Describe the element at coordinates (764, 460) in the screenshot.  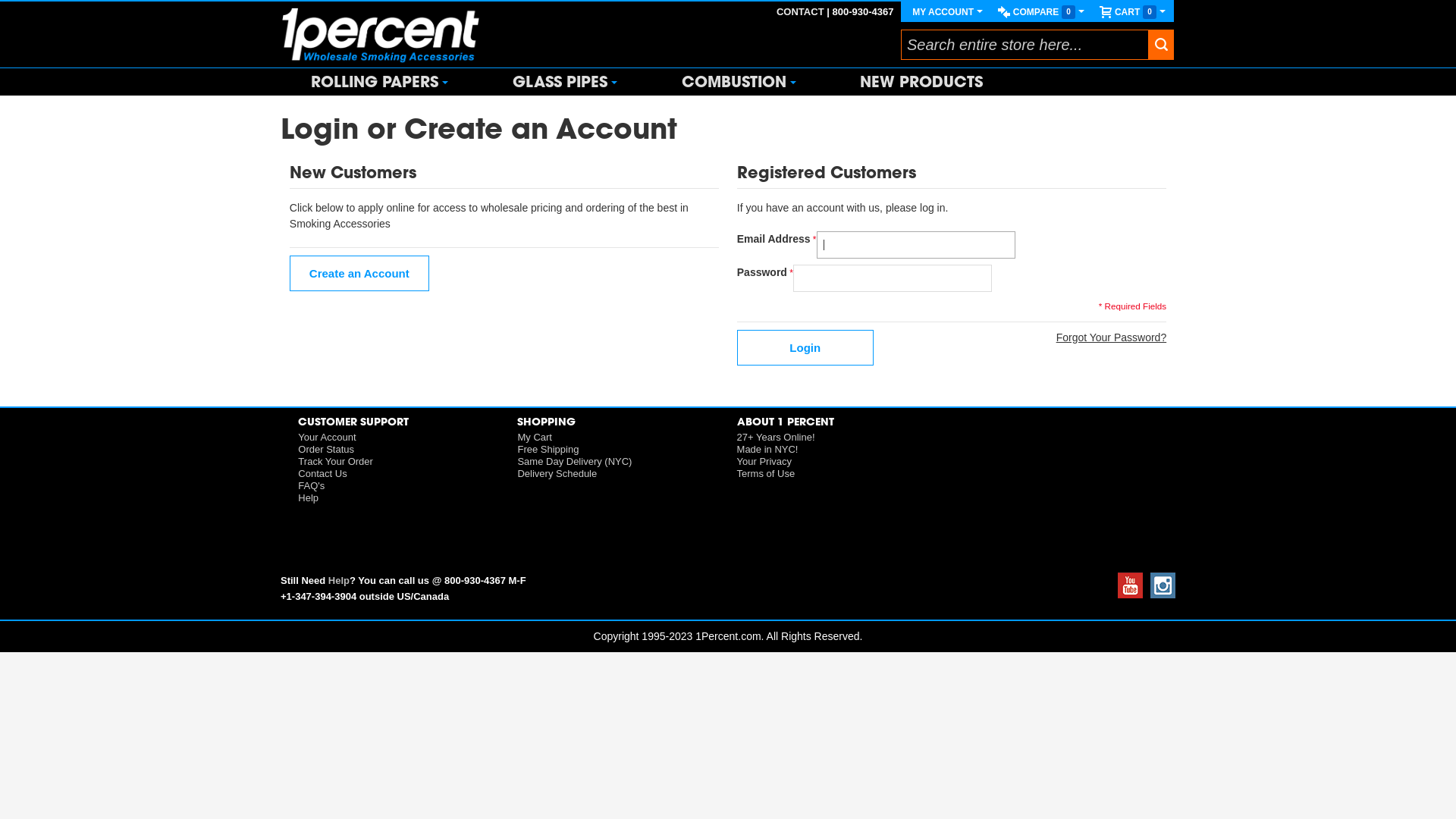
I see `'Your Privacy'` at that location.